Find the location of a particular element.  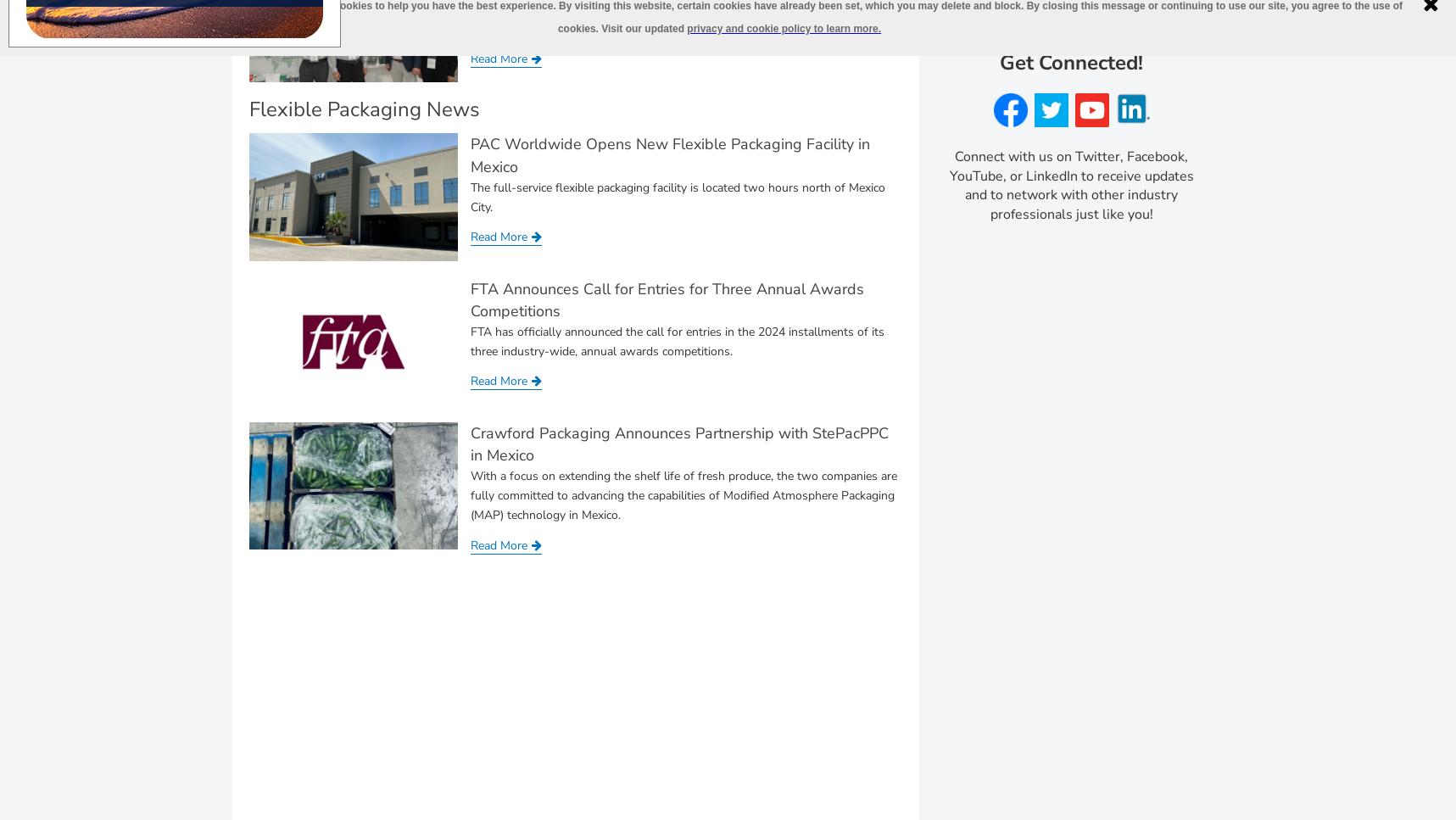

'Both companies have decided to join forces to offer the most innovative and efficient solutions in the flexible and sustainable packaging industry.' is located at coordinates (671, 19).